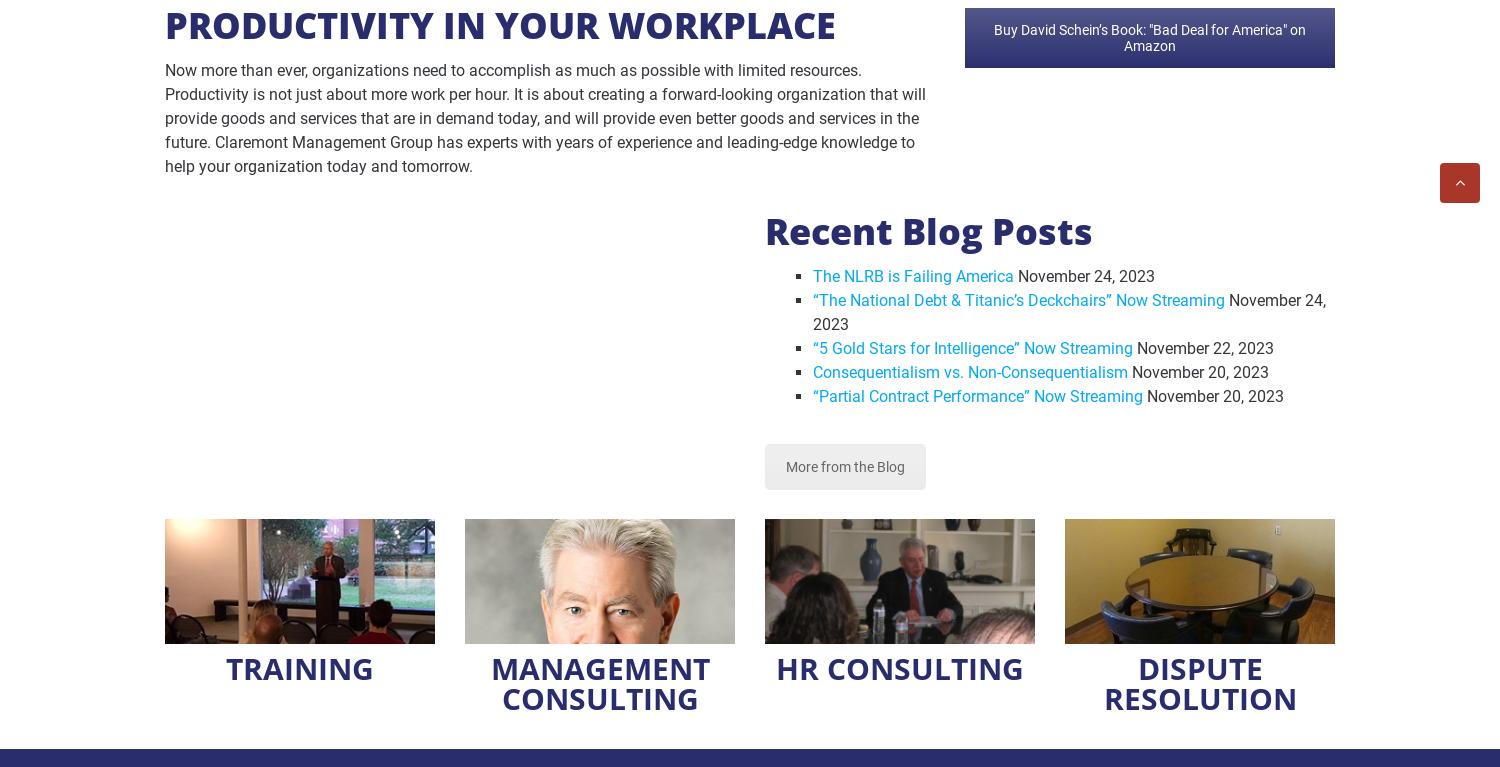 This screenshot has width=1500, height=767. Describe the element at coordinates (969, 371) in the screenshot. I see `'Consequentialism vs. Non-Consequentialism'` at that location.